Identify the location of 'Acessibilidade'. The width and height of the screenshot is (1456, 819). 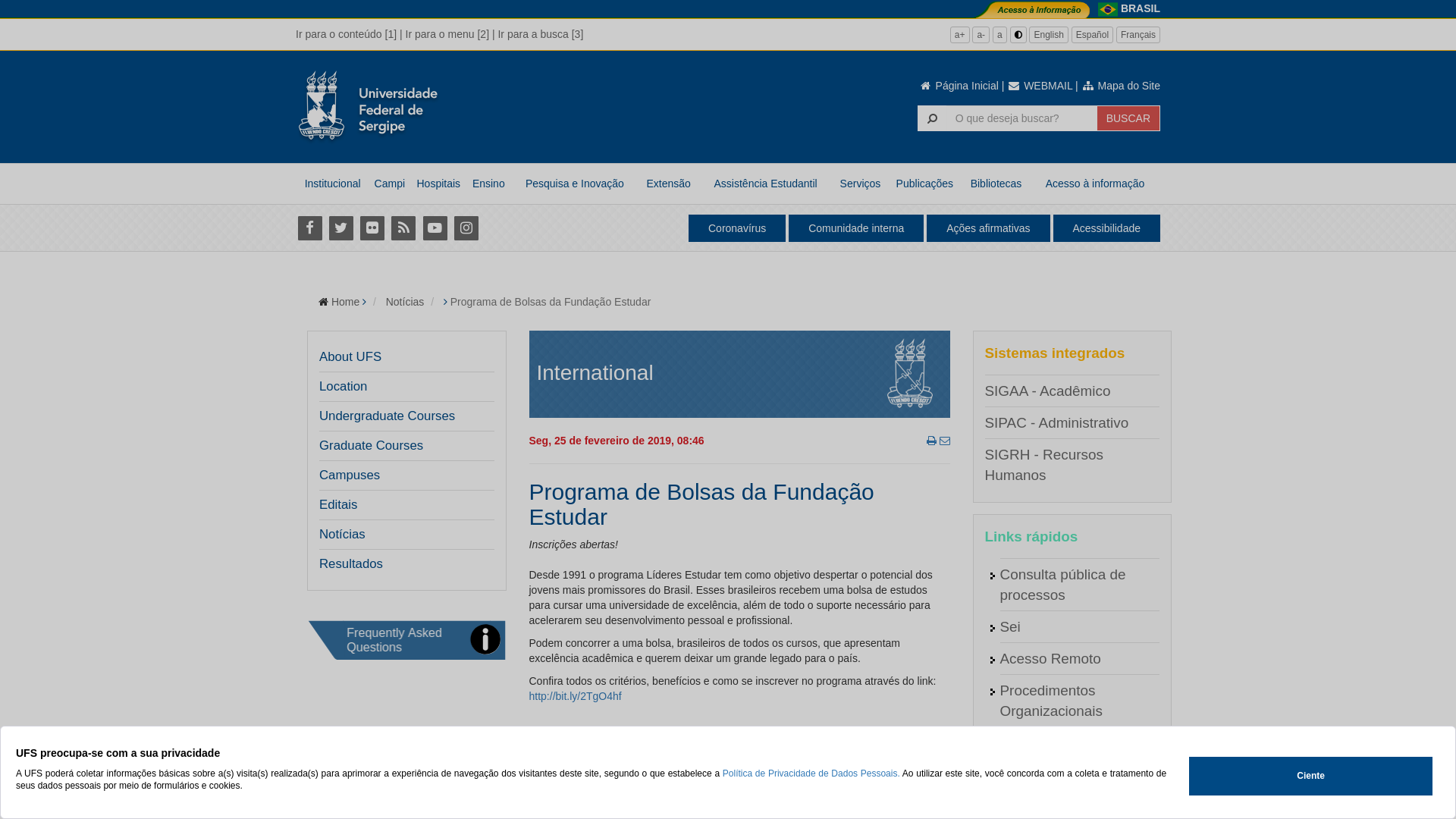
(1051, 227).